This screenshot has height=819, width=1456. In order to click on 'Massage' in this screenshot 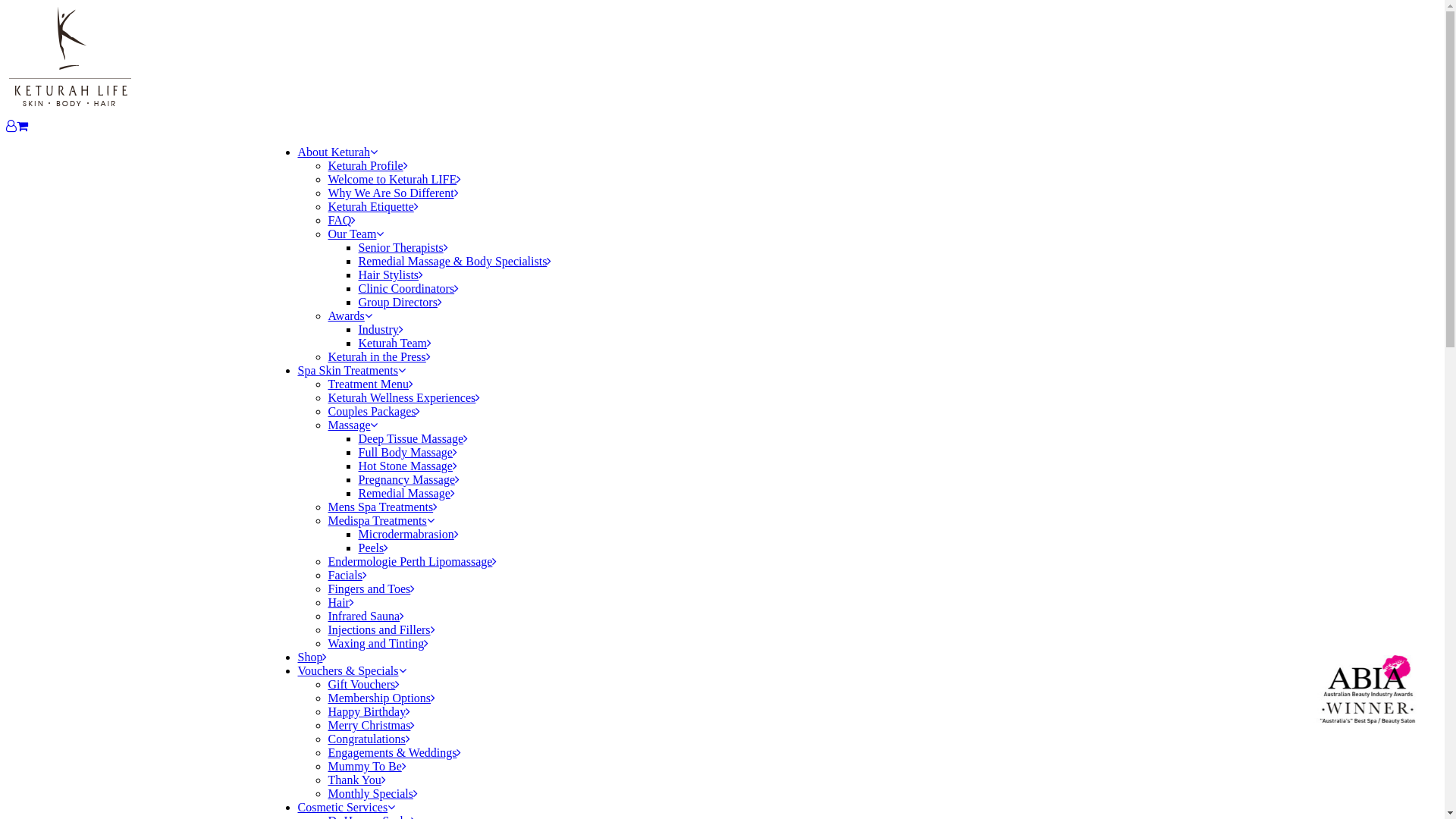, I will do `click(352, 425)`.